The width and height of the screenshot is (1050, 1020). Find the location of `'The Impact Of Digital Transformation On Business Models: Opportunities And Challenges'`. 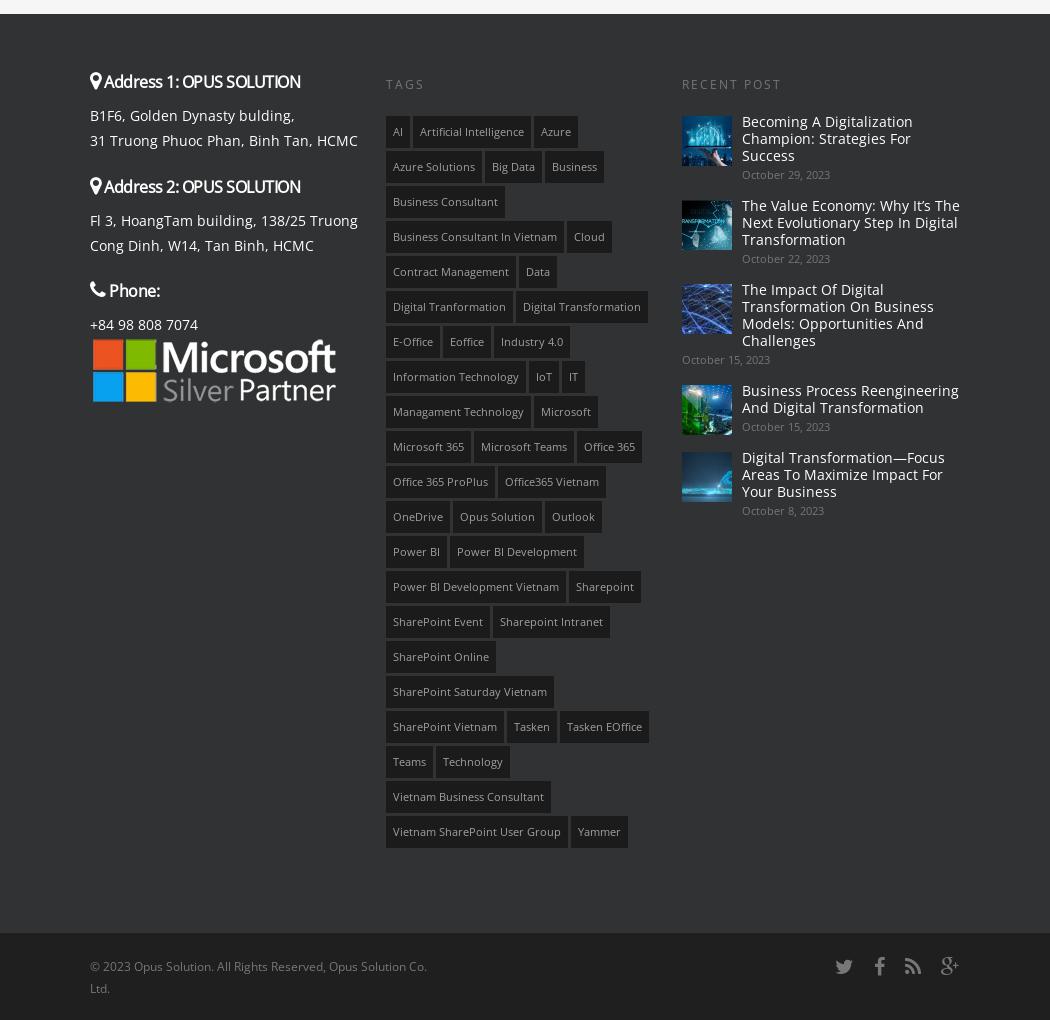

'The Impact Of Digital Transformation On Business Models: Opportunities And Challenges' is located at coordinates (836, 314).